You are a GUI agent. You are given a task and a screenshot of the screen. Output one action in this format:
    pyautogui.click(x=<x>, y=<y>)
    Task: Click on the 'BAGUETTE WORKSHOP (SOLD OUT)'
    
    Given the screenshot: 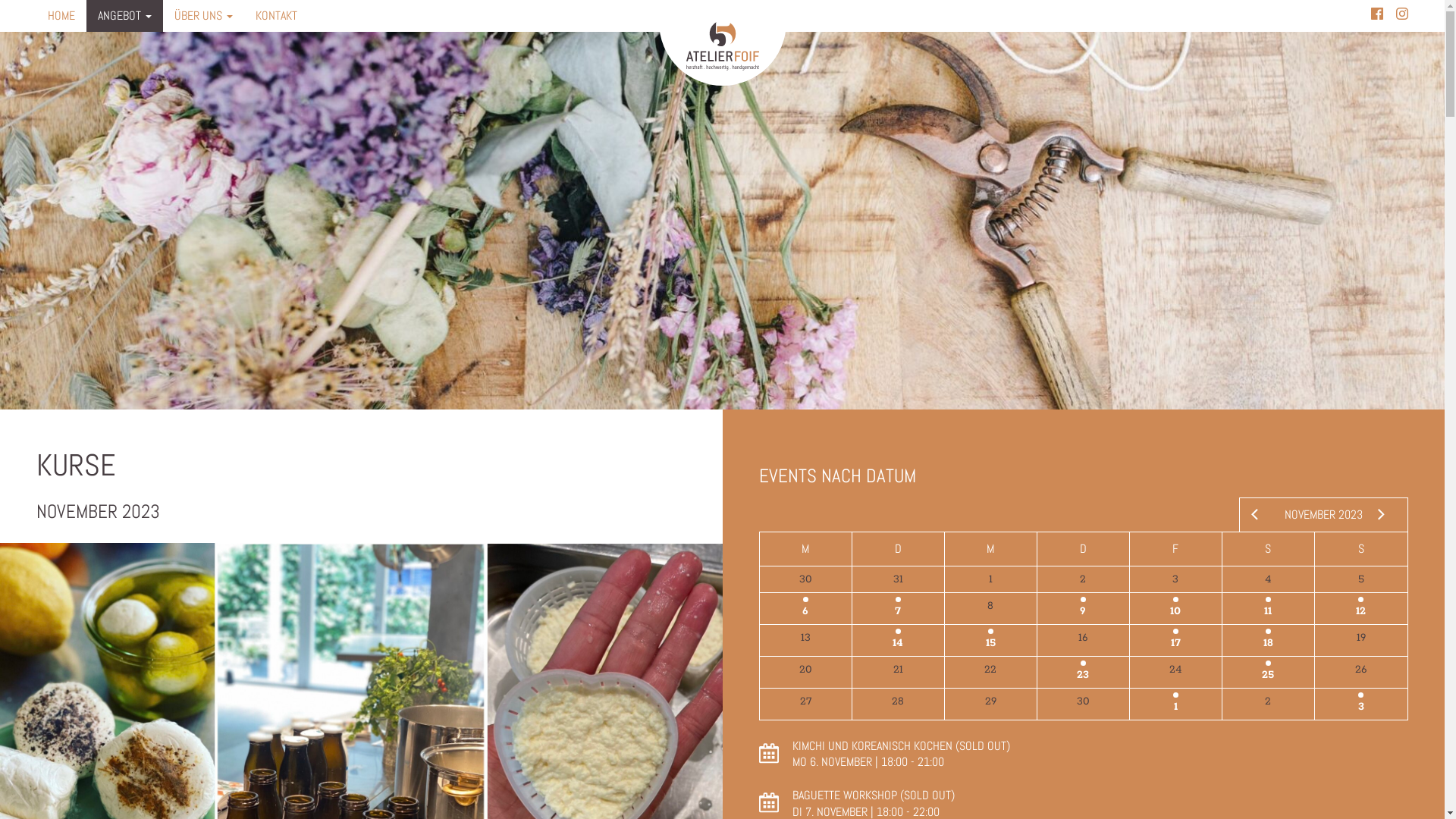 What is the action you would take?
    pyautogui.click(x=790, y=794)
    